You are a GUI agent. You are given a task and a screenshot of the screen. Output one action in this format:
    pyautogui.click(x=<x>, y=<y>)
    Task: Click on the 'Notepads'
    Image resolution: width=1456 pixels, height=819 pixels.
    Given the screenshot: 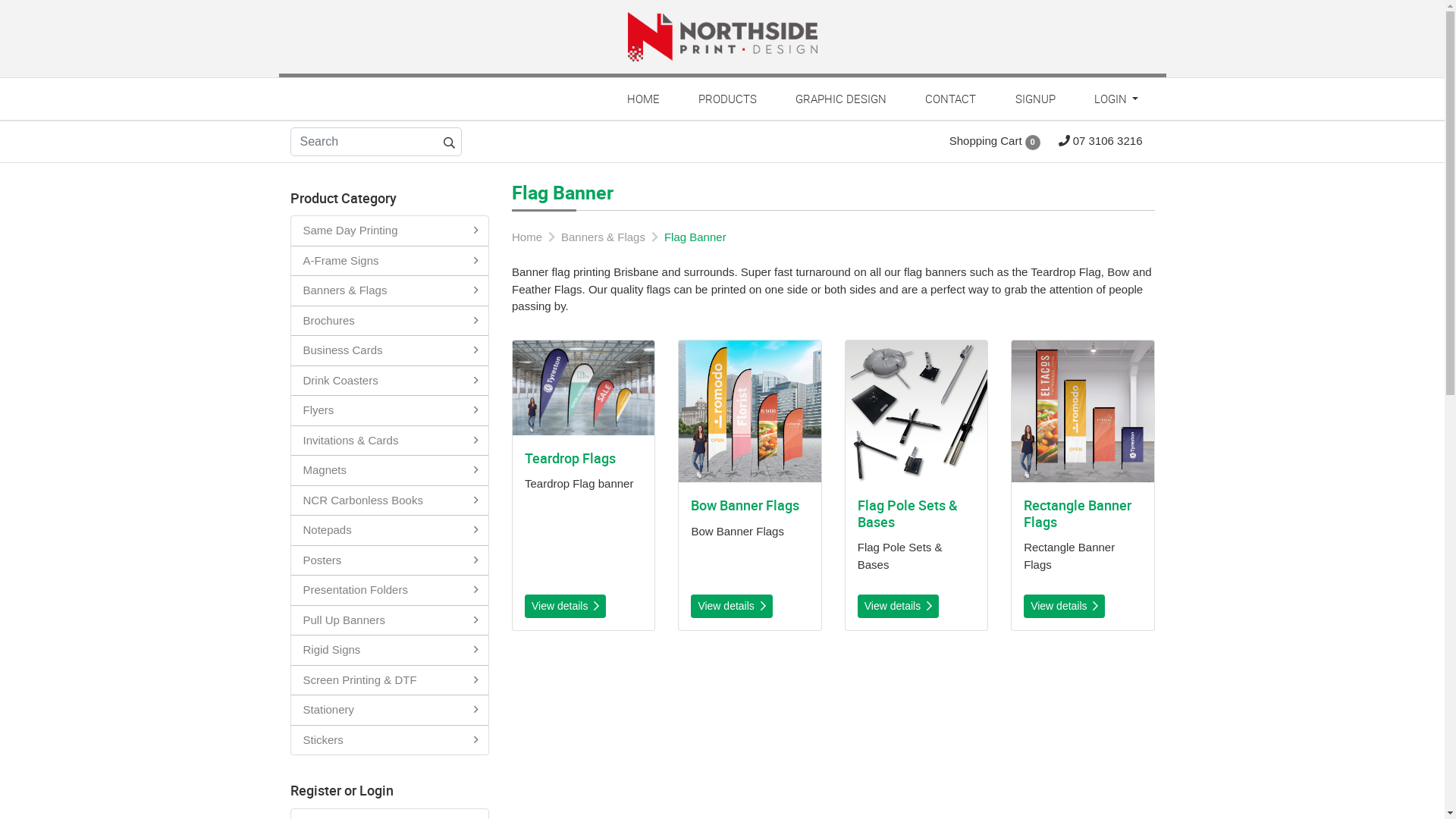 What is the action you would take?
    pyautogui.click(x=390, y=529)
    